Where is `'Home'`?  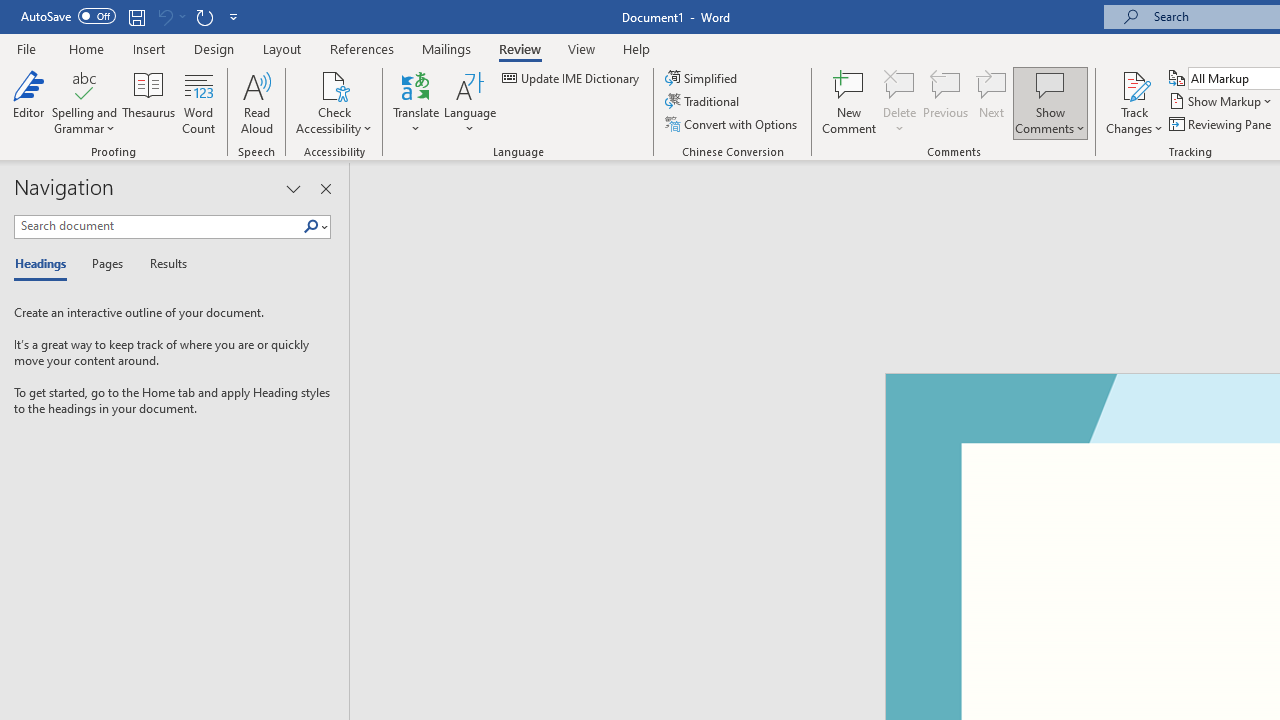
'Home' is located at coordinates (85, 48).